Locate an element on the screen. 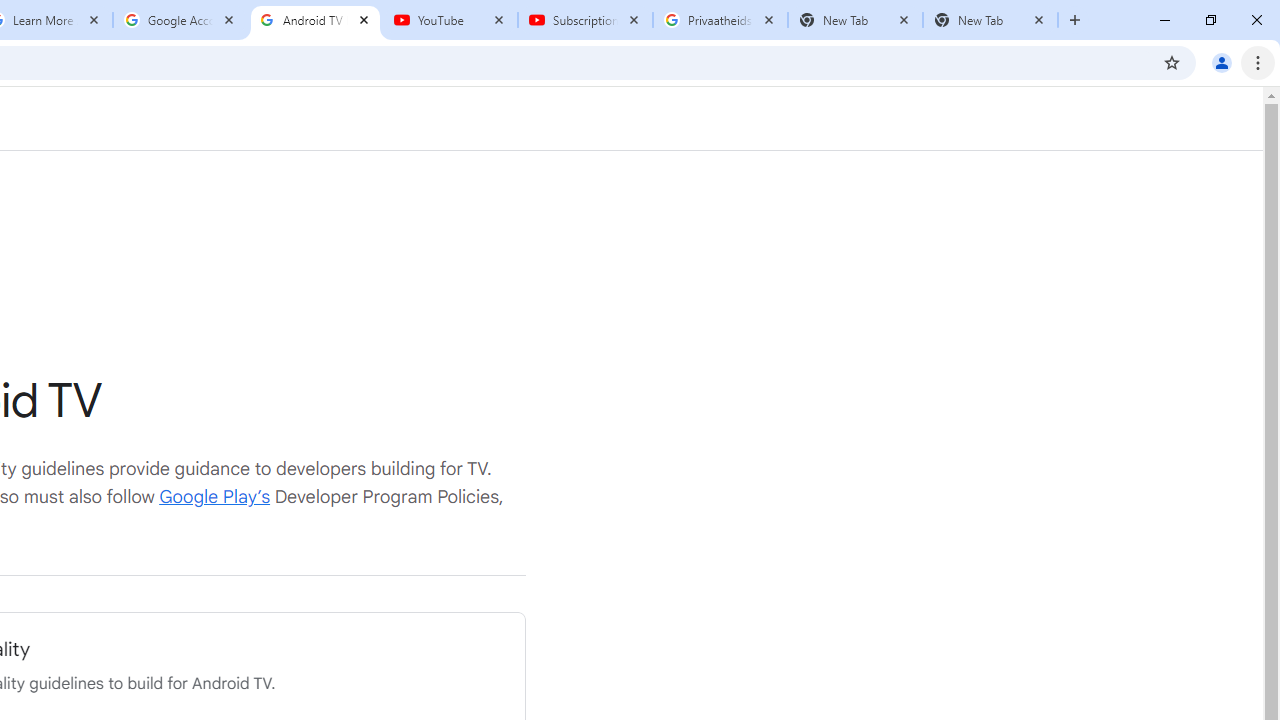 This screenshot has width=1280, height=720. 'Subscriptions - YouTube' is located at coordinates (584, 20).